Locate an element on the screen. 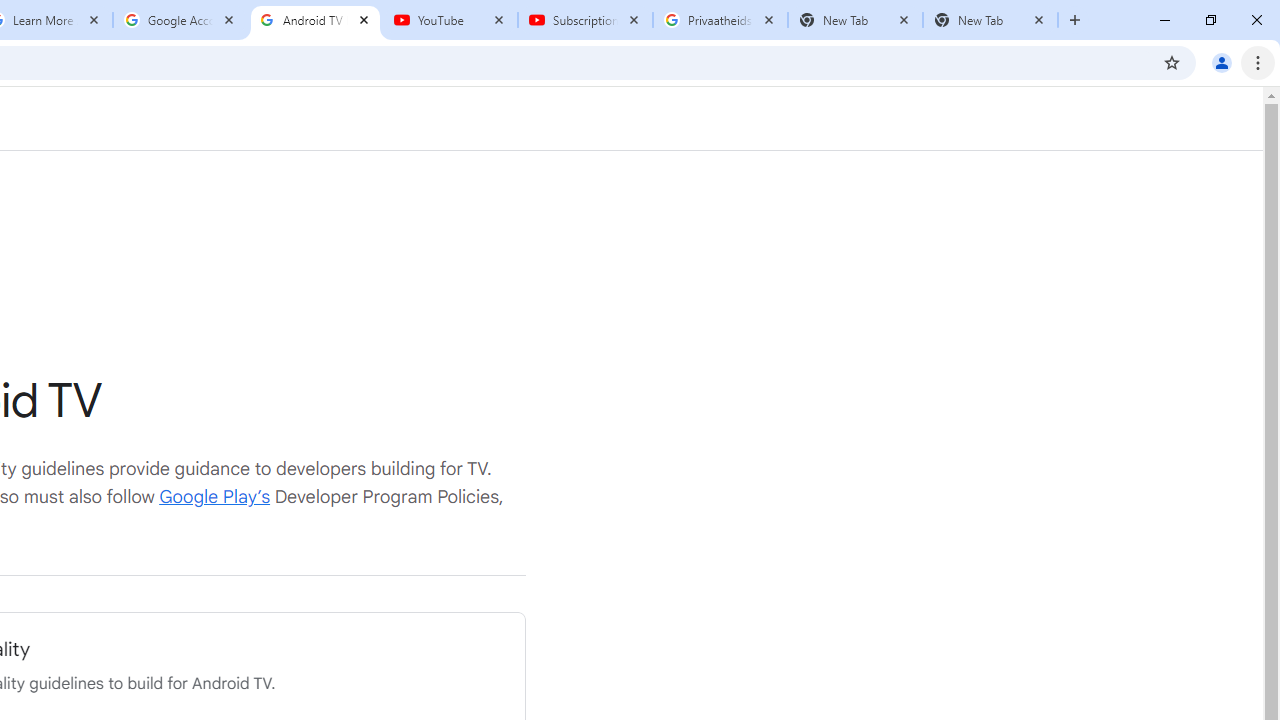 This screenshot has width=1280, height=720. 'Subscriptions - YouTube' is located at coordinates (584, 20).